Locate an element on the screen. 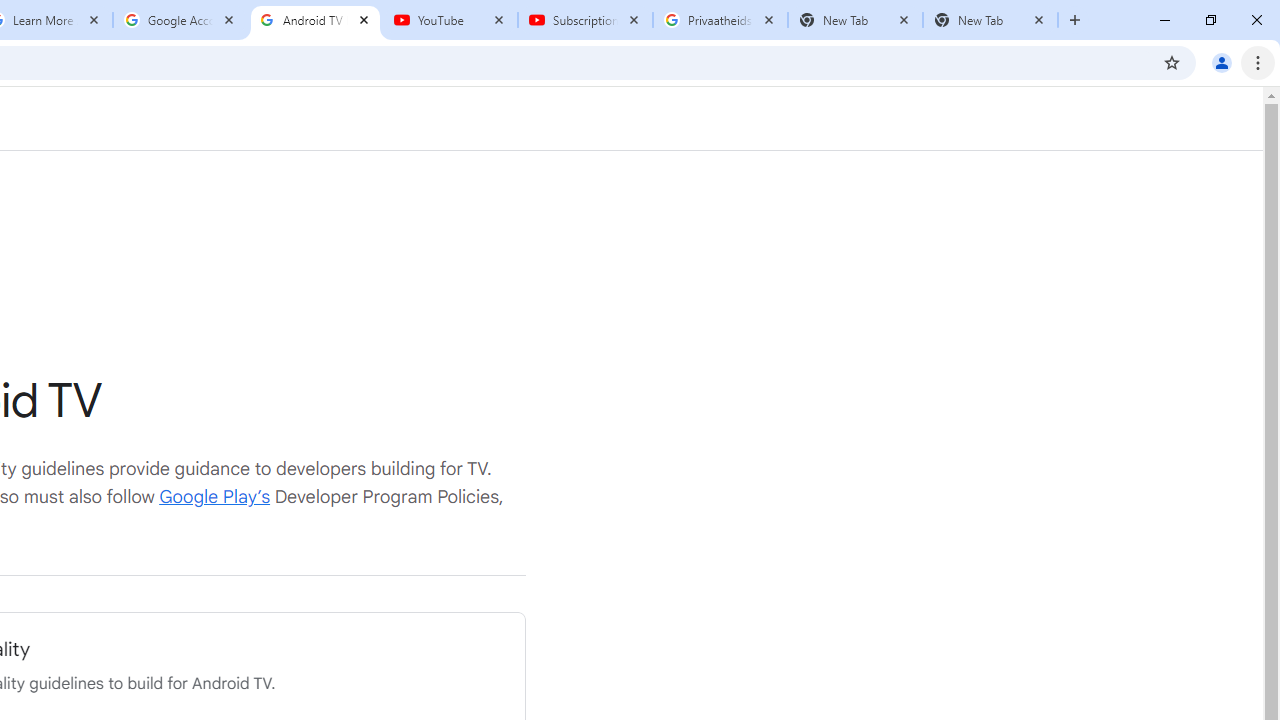 This screenshot has width=1280, height=720. 'Subscriptions - YouTube' is located at coordinates (584, 20).